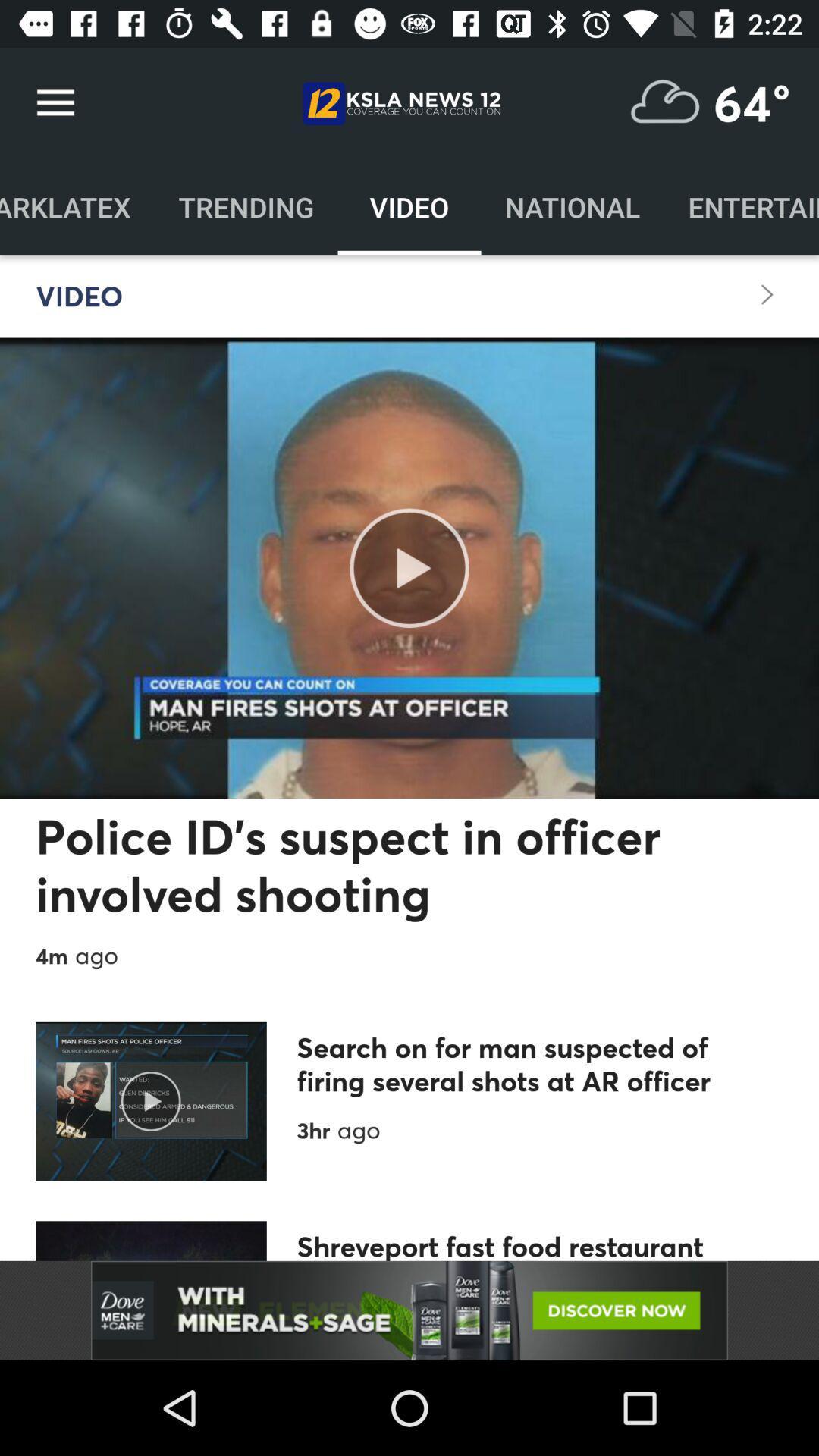 This screenshot has height=1456, width=819. I want to click on the addvertisement, so click(409, 1310).